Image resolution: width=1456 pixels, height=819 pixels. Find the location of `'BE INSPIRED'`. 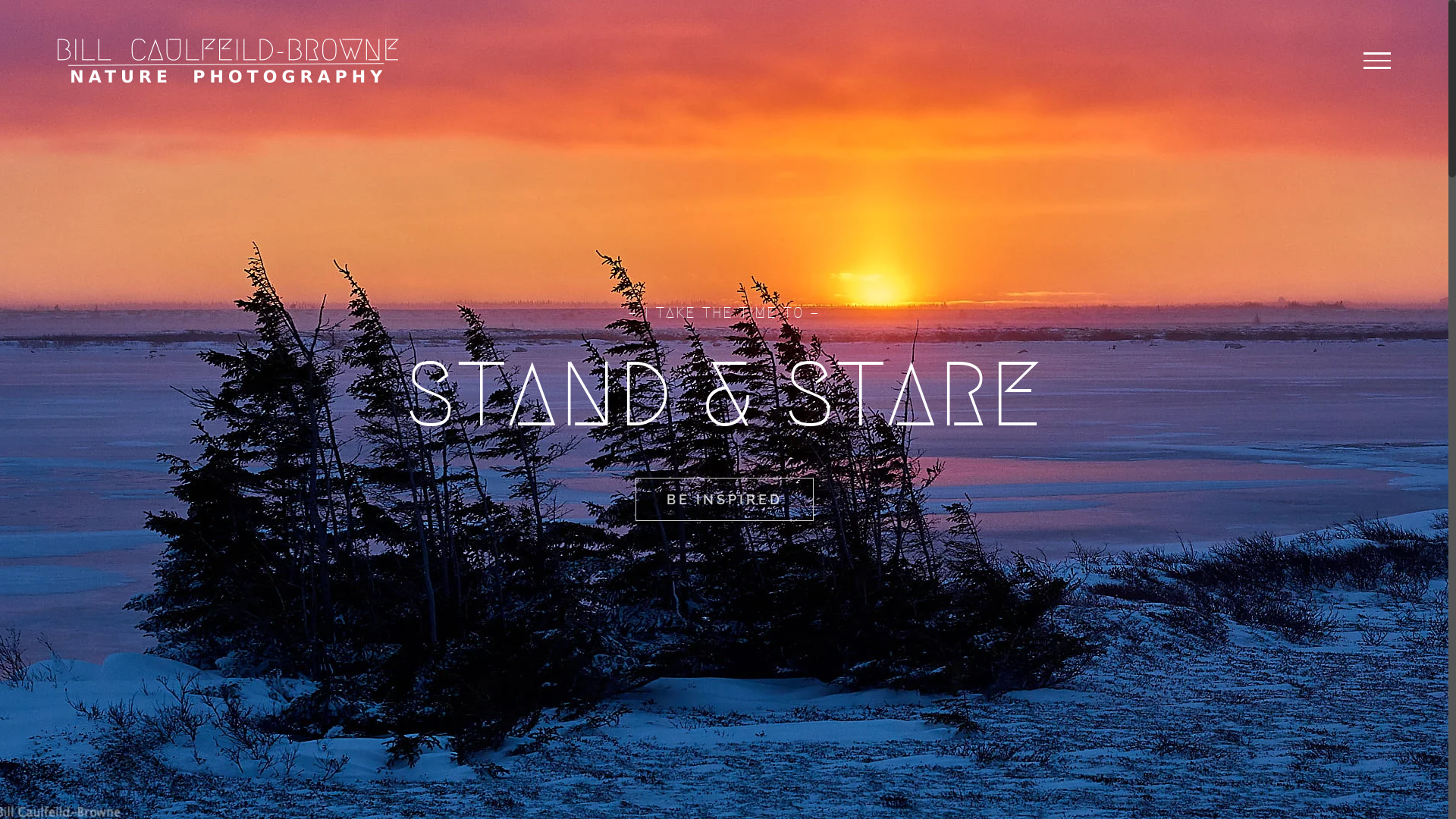

'BE INSPIRED' is located at coordinates (723, 499).